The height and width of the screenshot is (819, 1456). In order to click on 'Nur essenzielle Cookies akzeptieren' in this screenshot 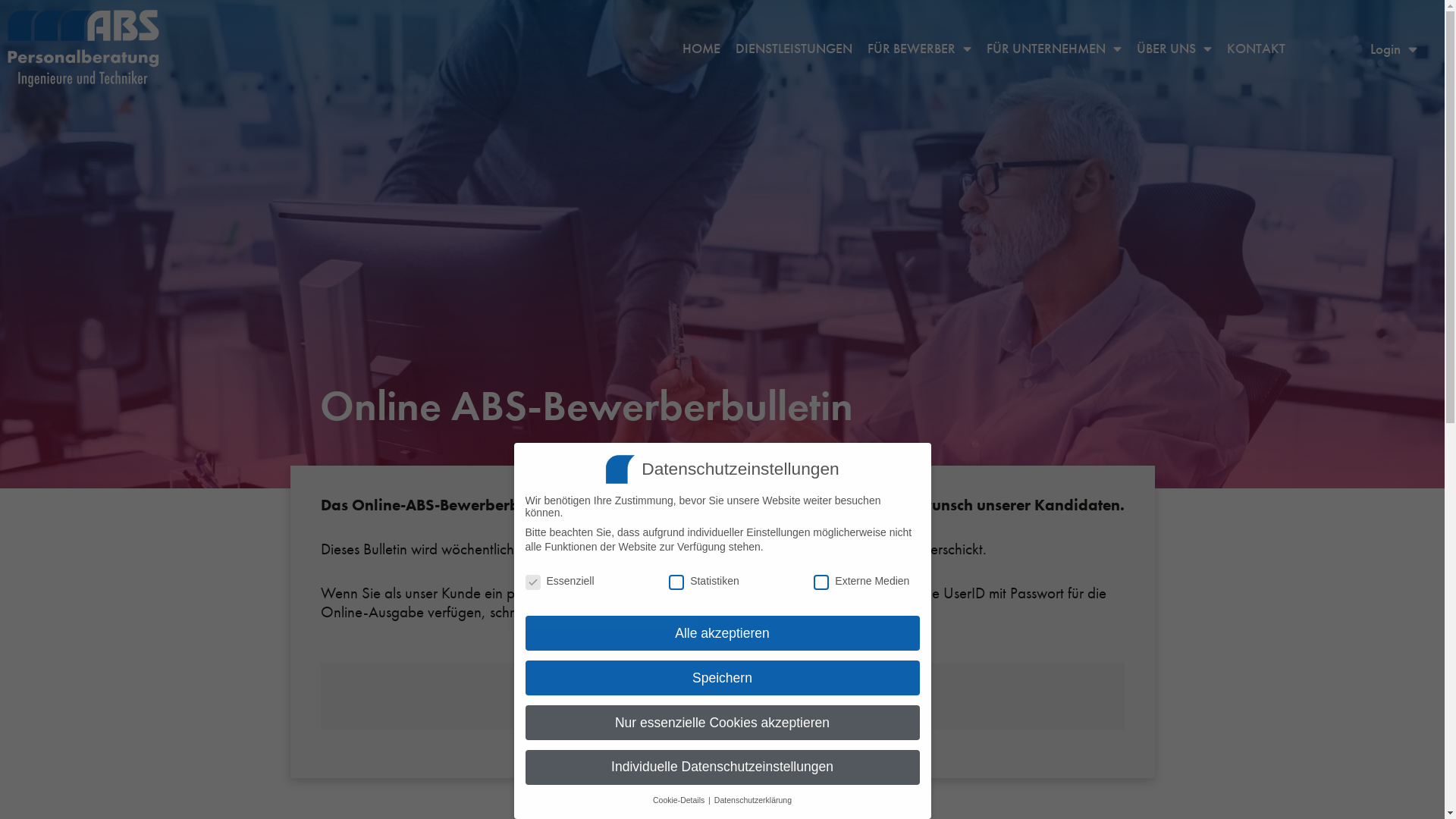, I will do `click(524, 721)`.